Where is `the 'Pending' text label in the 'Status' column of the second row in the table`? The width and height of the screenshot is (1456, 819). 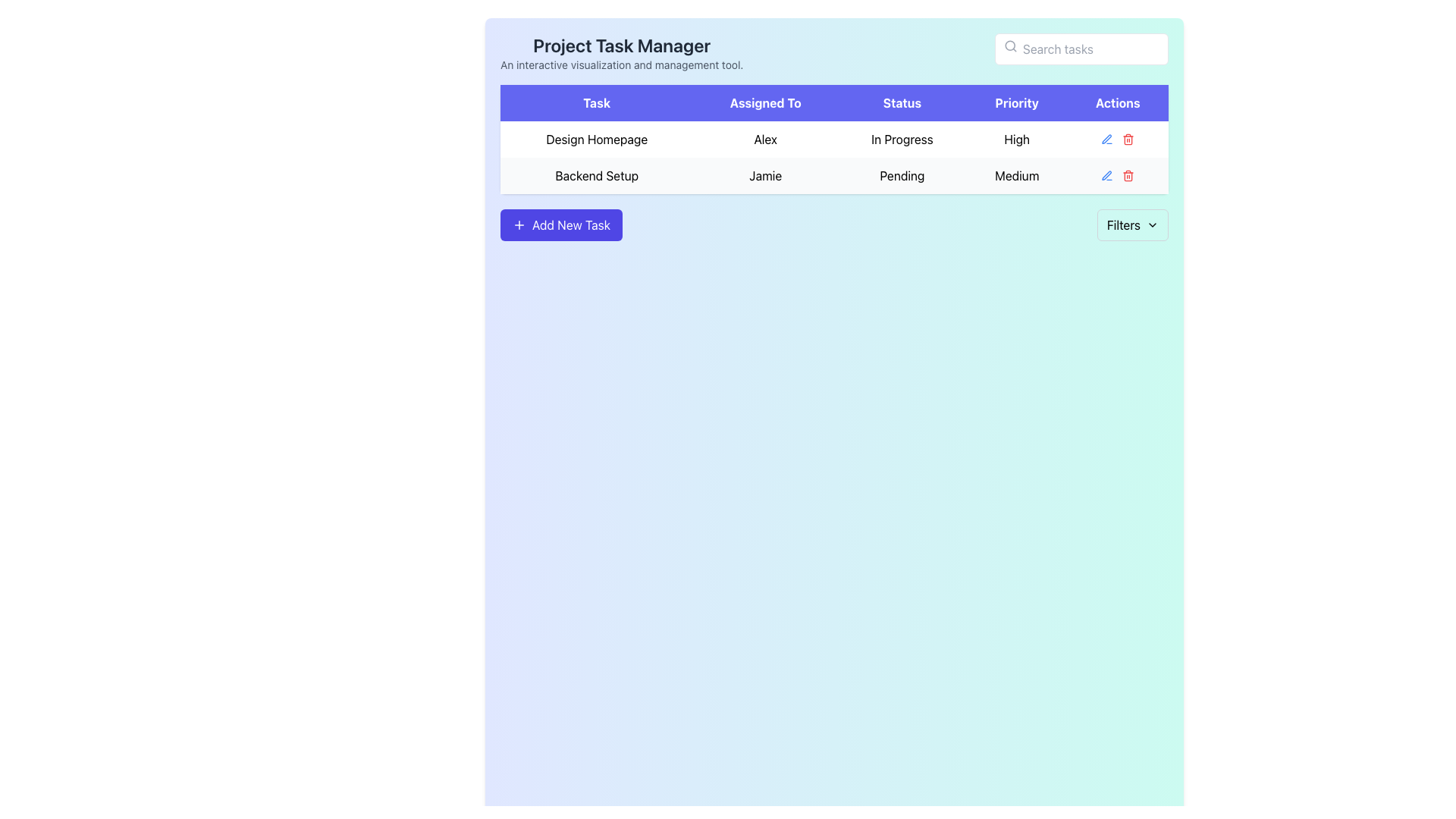
the 'Pending' text label in the 'Status' column of the second row in the table is located at coordinates (902, 174).